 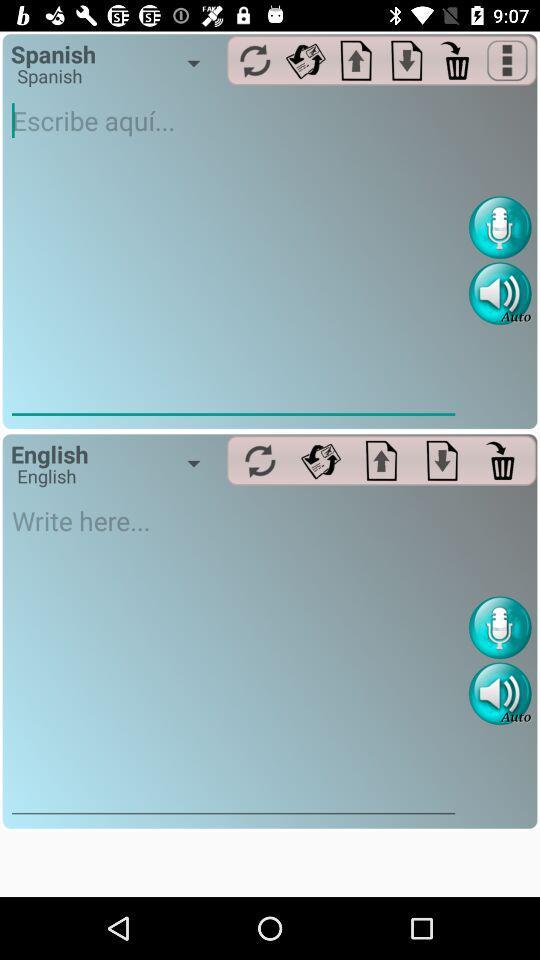 What do you see at coordinates (442, 460) in the screenshot?
I see `the arrow_downward icon` at bounding box center [442, 460].